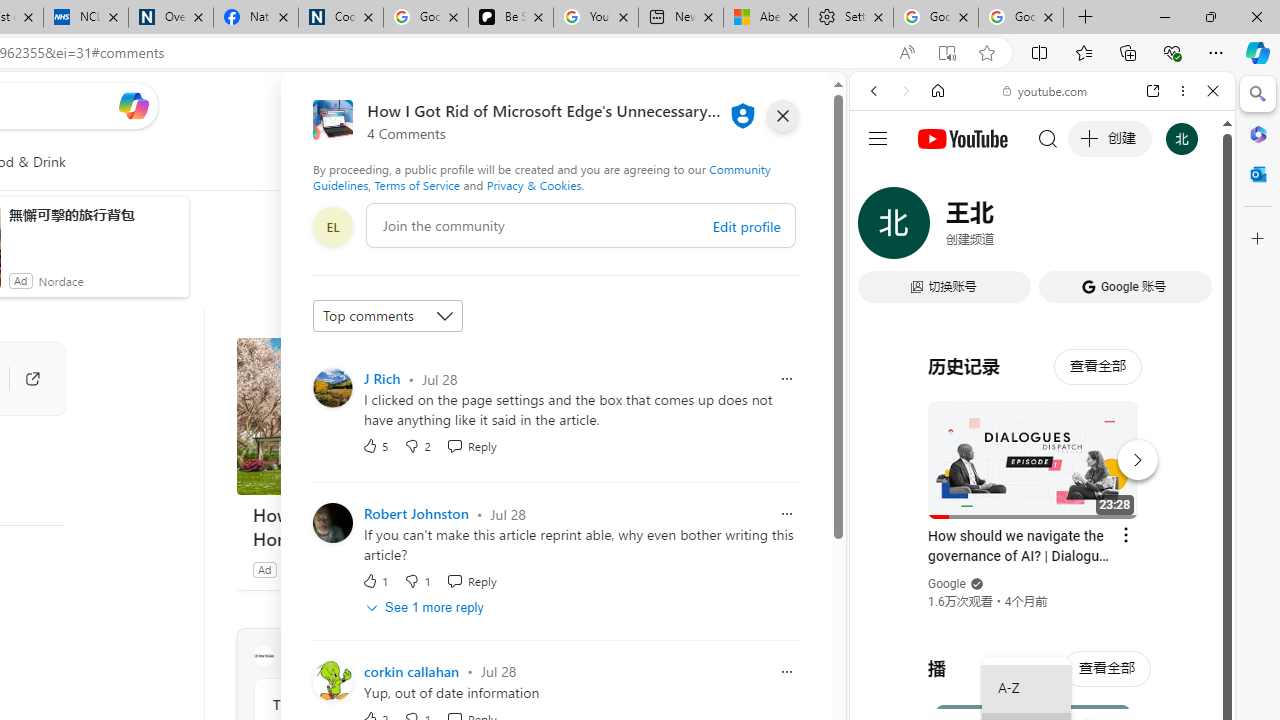 The width and height of the screenshot is (1280, 720). What do you see at coordinates (1051, 137) in the screenshot?
I see `'Search the web'` at bounding box center [1051, 137].